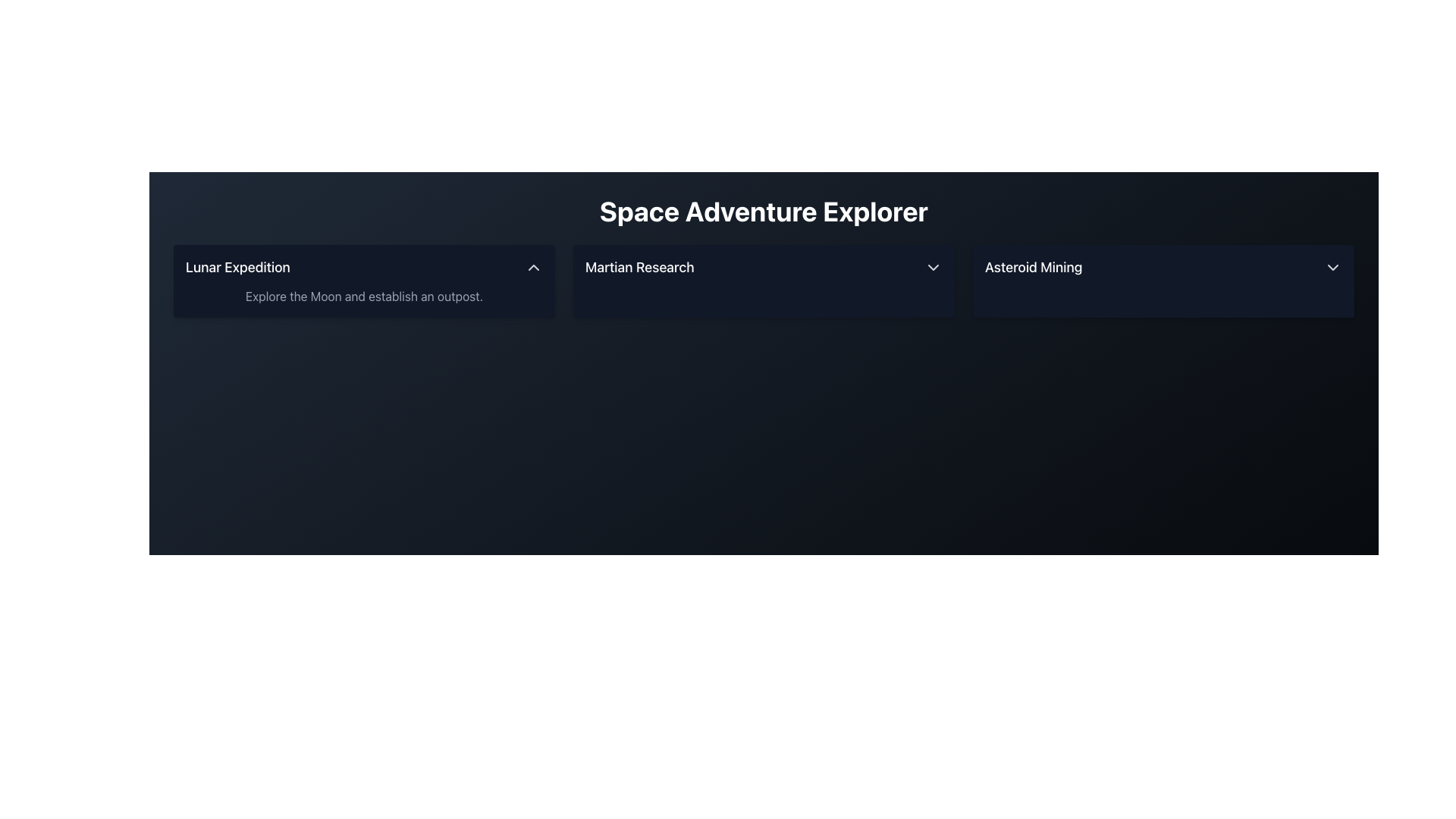  I want to click on the downward-pointing chevron icon located to the right of the text 'Asteroid Mining', so click(1332, 267).